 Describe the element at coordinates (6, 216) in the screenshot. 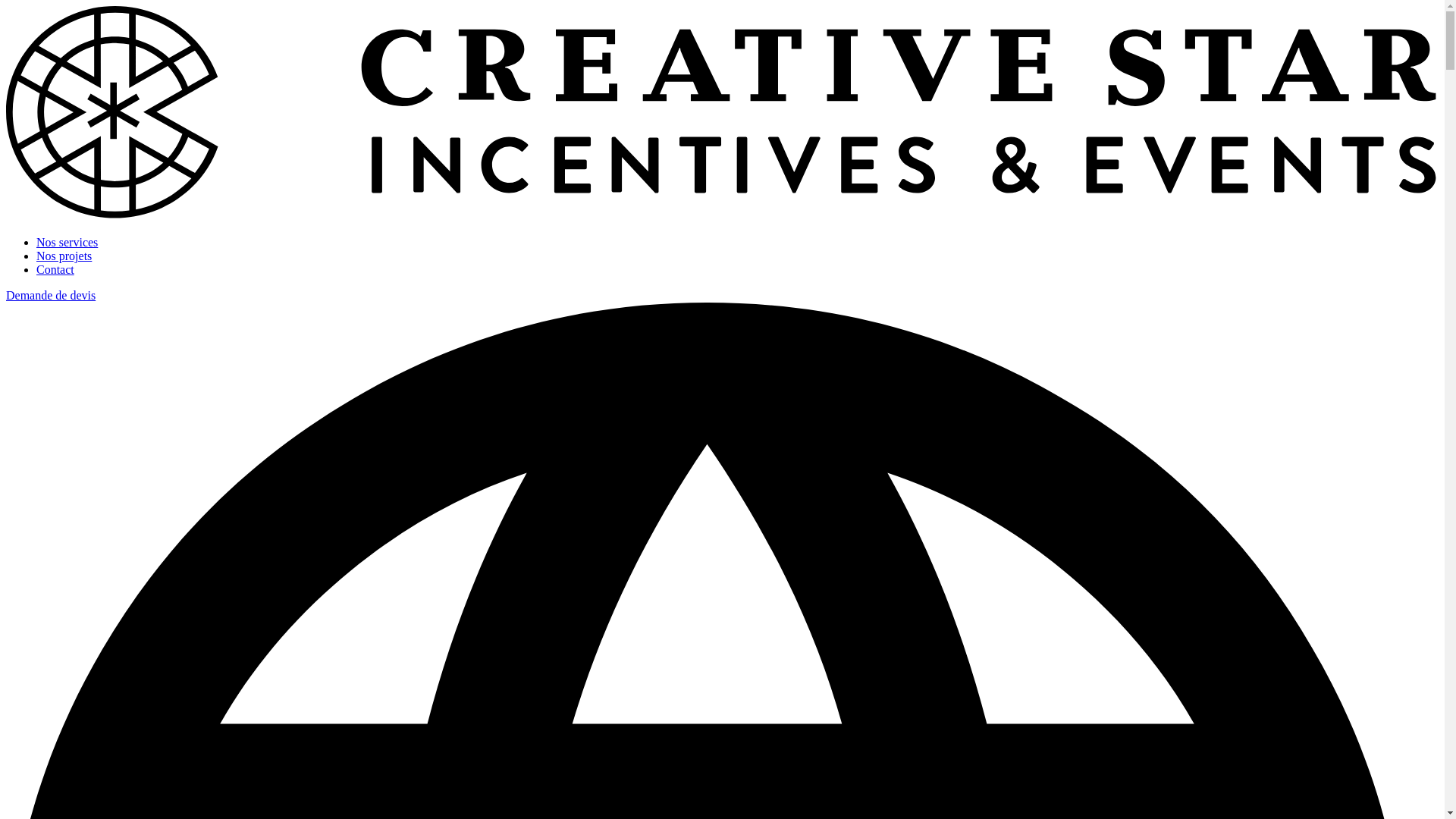

I see `'Creative star - Incentives & Events'` at that location.